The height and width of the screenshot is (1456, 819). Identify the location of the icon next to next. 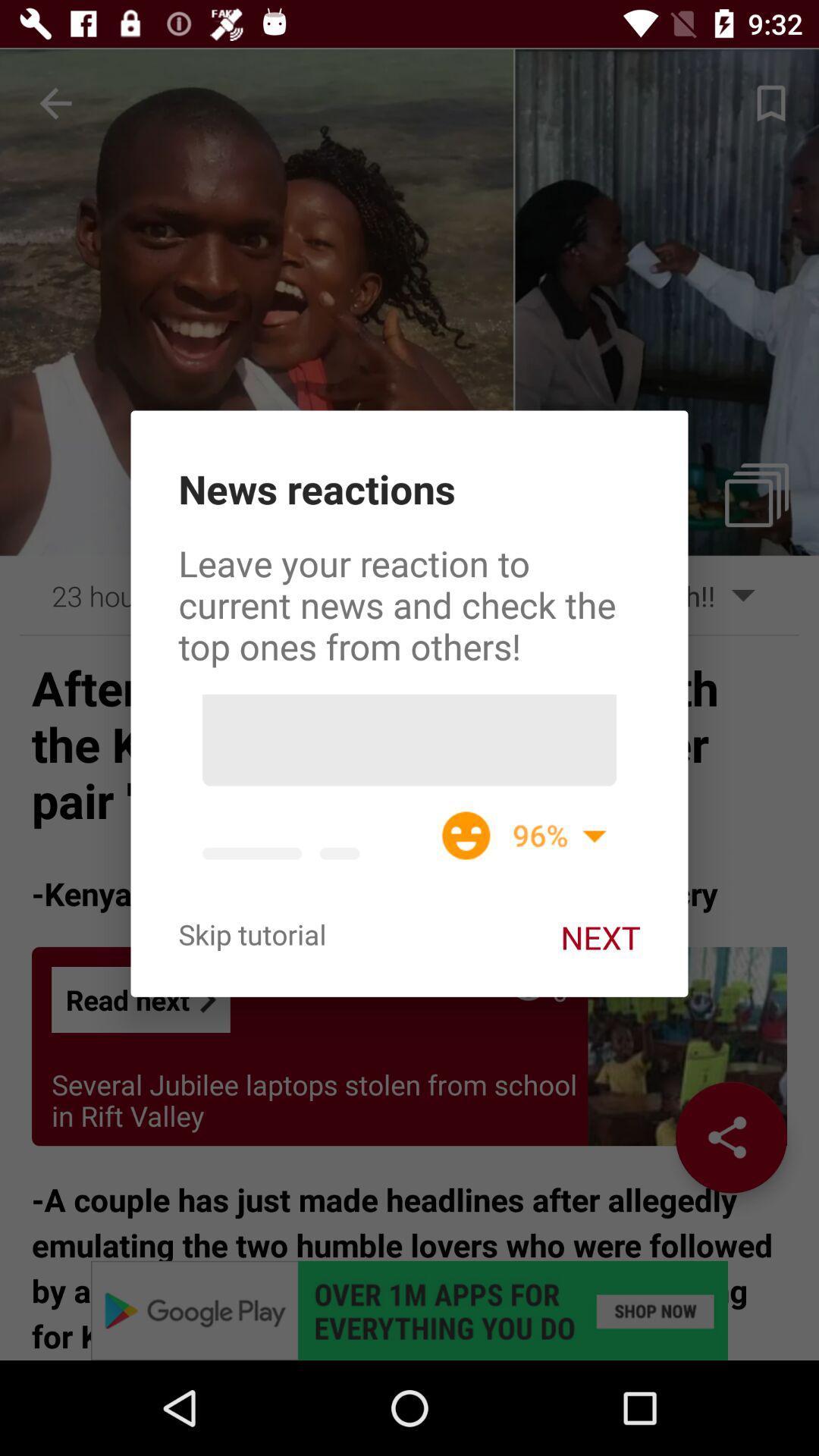
(251, 934).